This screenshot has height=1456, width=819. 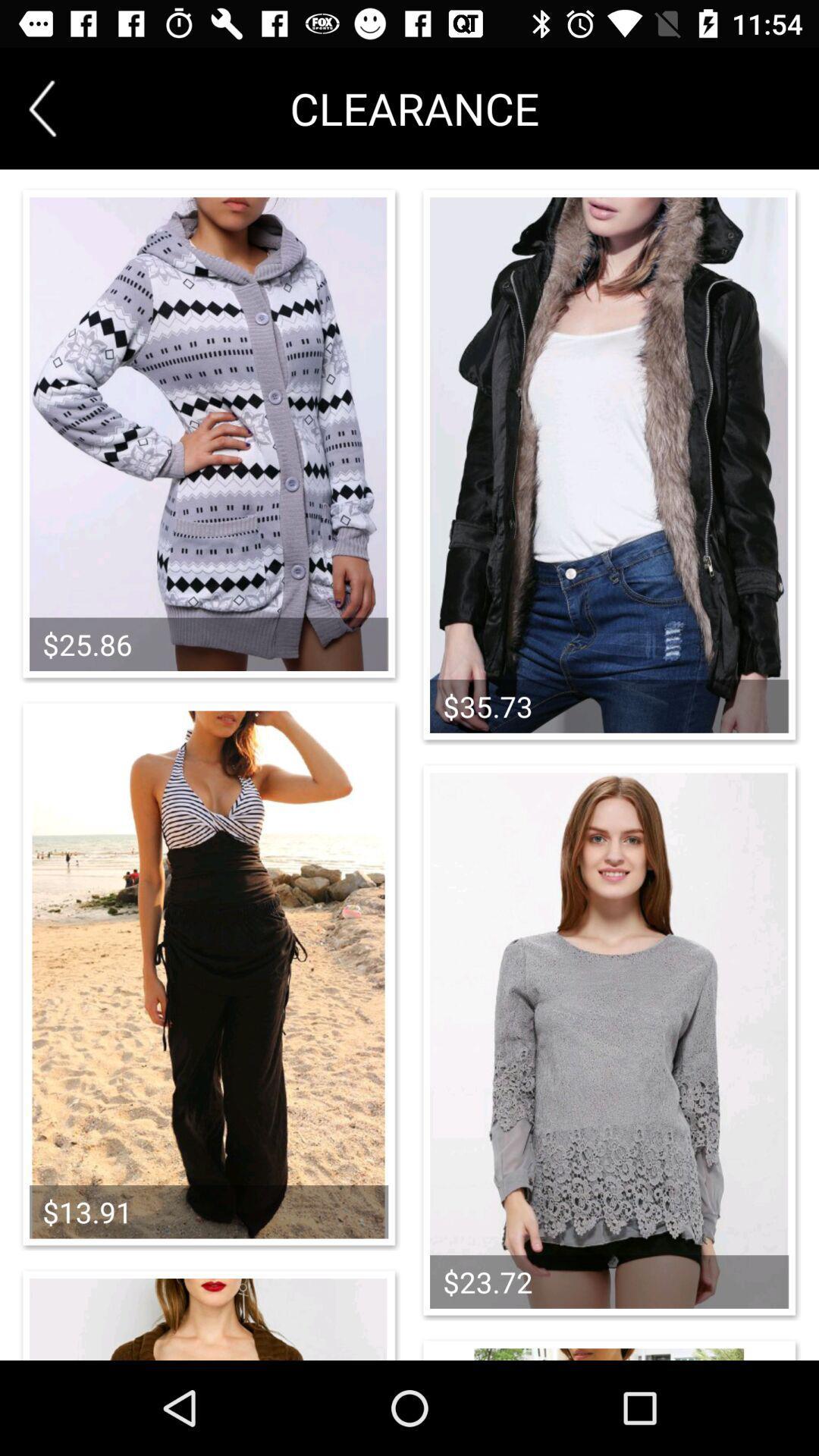 I want to click on previous screen, so click(x=42, y=108).